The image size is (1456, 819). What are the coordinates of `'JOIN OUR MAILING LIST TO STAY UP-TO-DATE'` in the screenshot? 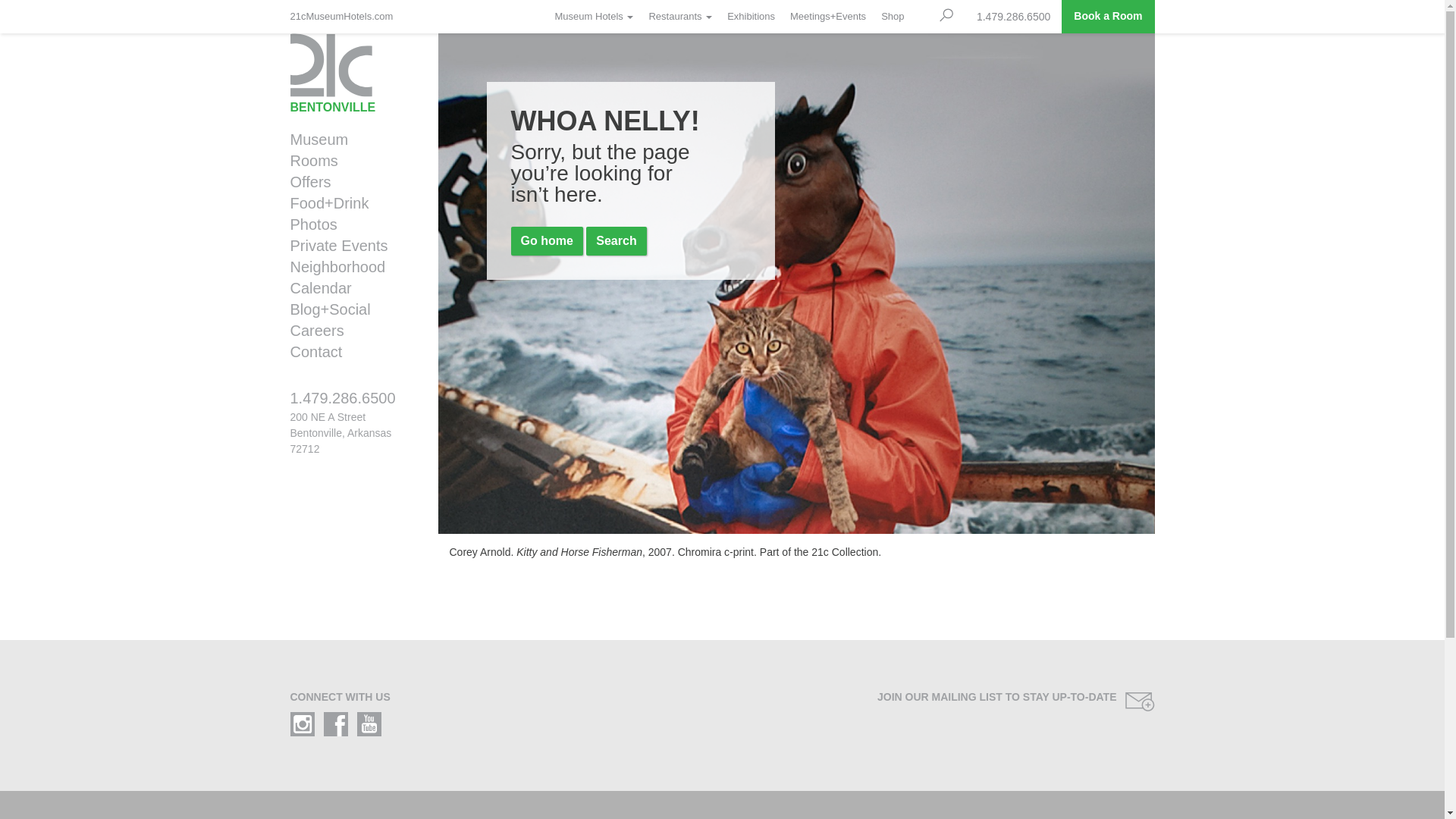 It's located at (943, 701).